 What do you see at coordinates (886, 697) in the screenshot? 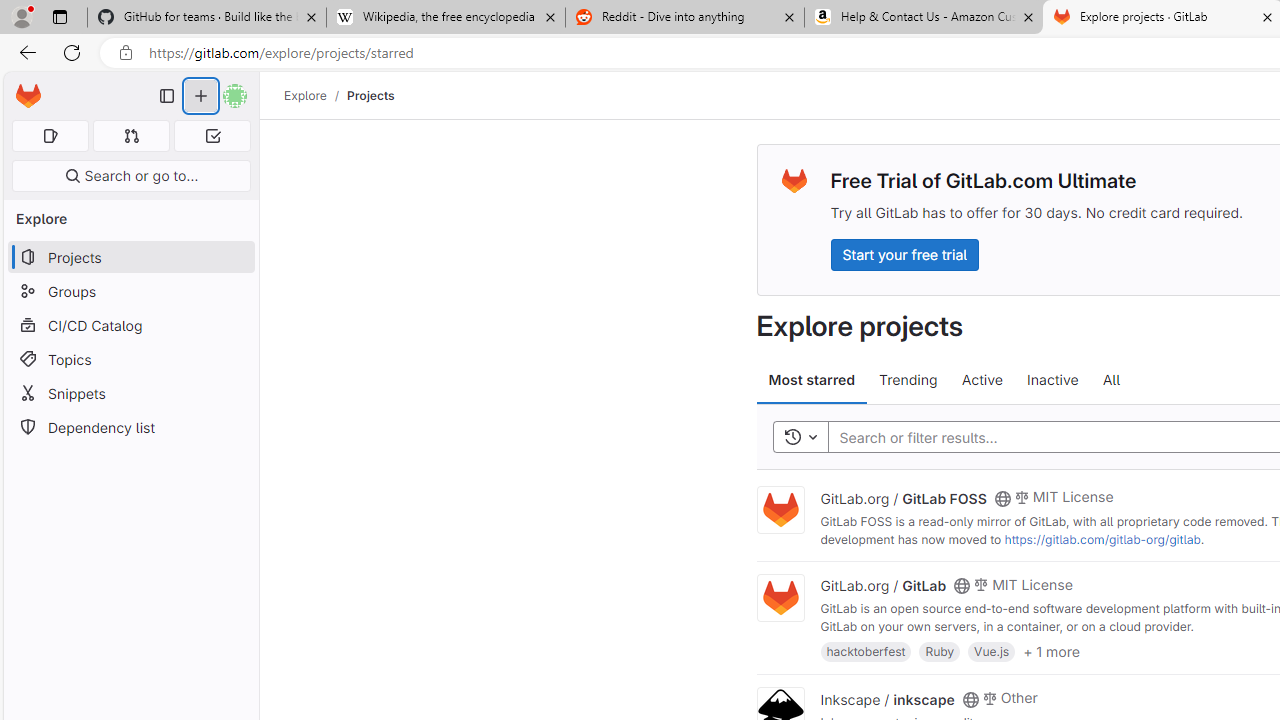
I see `'Inkscape / inkscape'` at bounding box center [886, 697].